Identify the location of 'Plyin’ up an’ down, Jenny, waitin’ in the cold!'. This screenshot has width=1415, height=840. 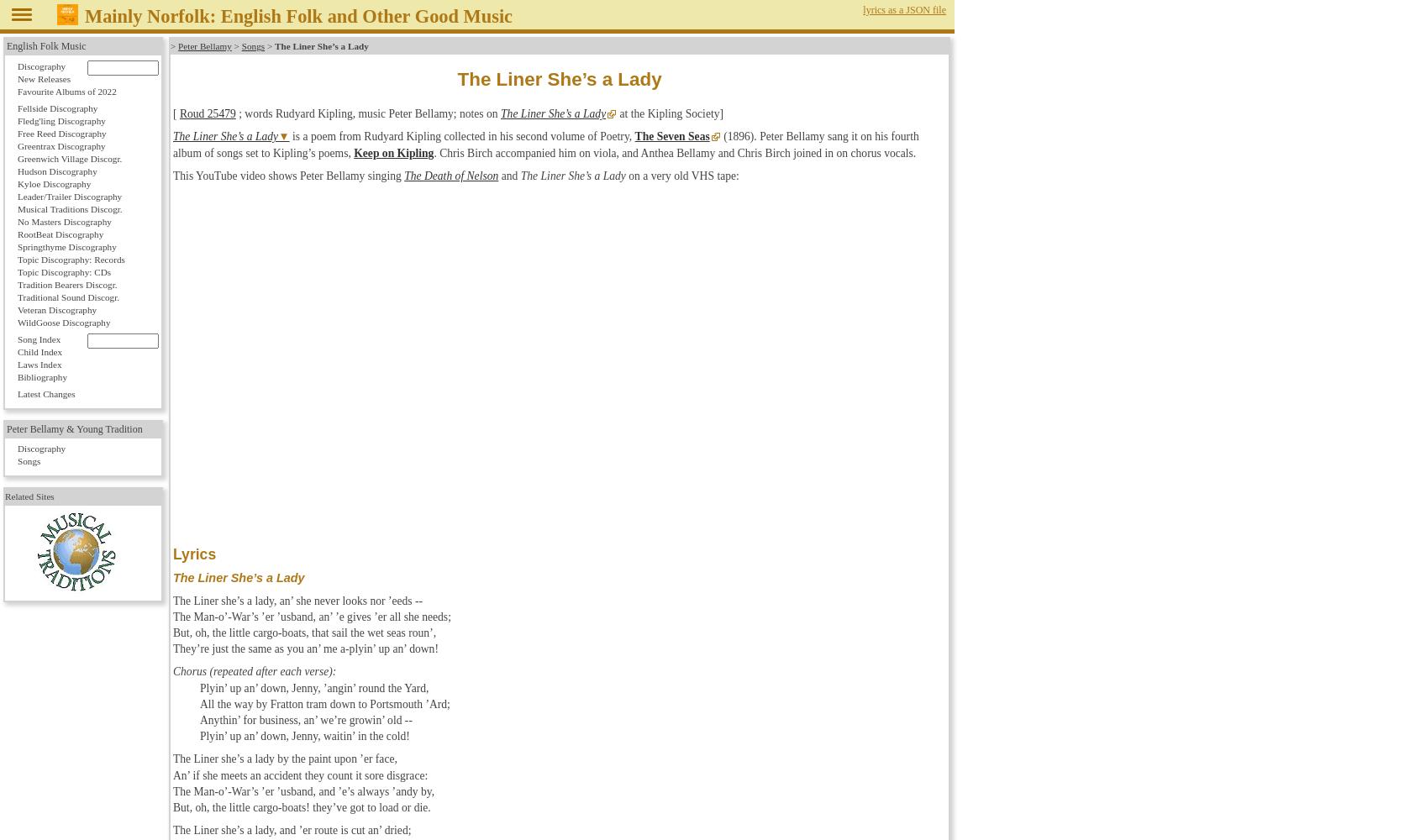
(304, 736).